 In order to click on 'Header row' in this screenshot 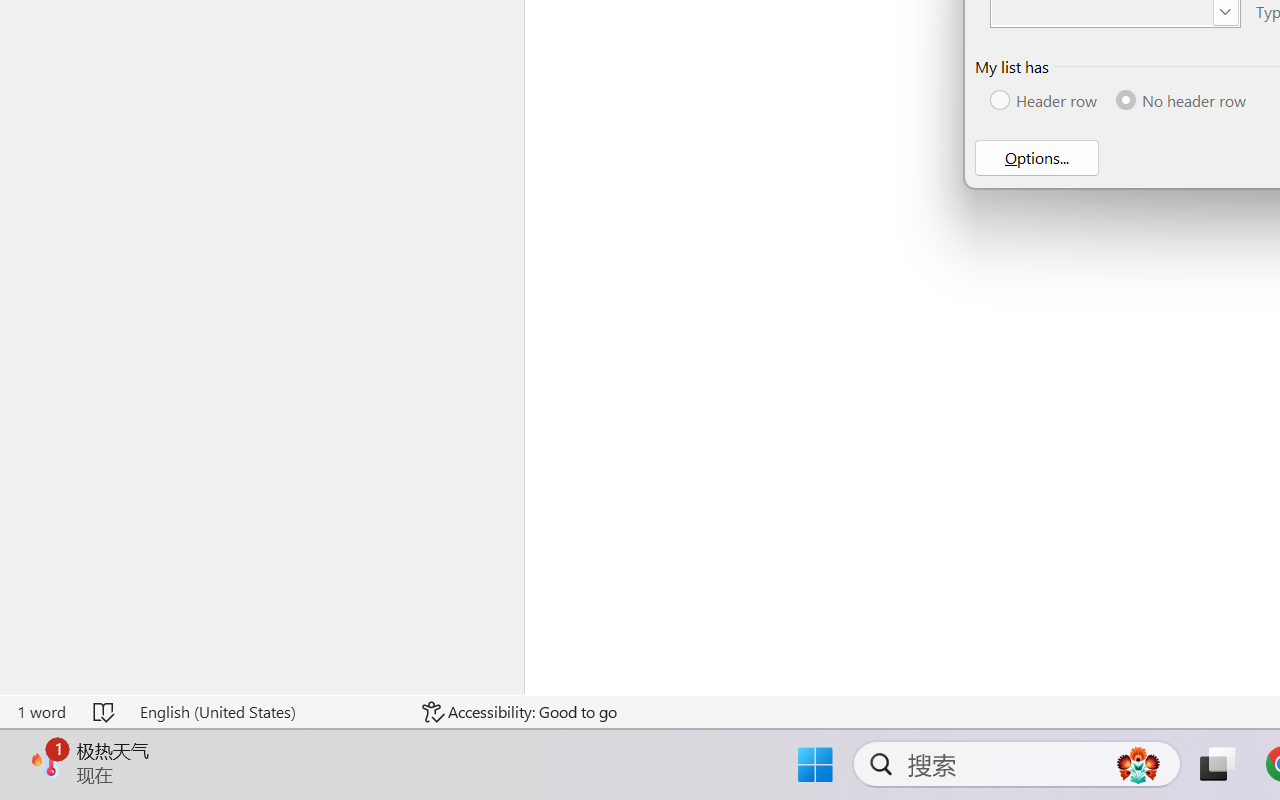, I will do `click(1044, 100)`.